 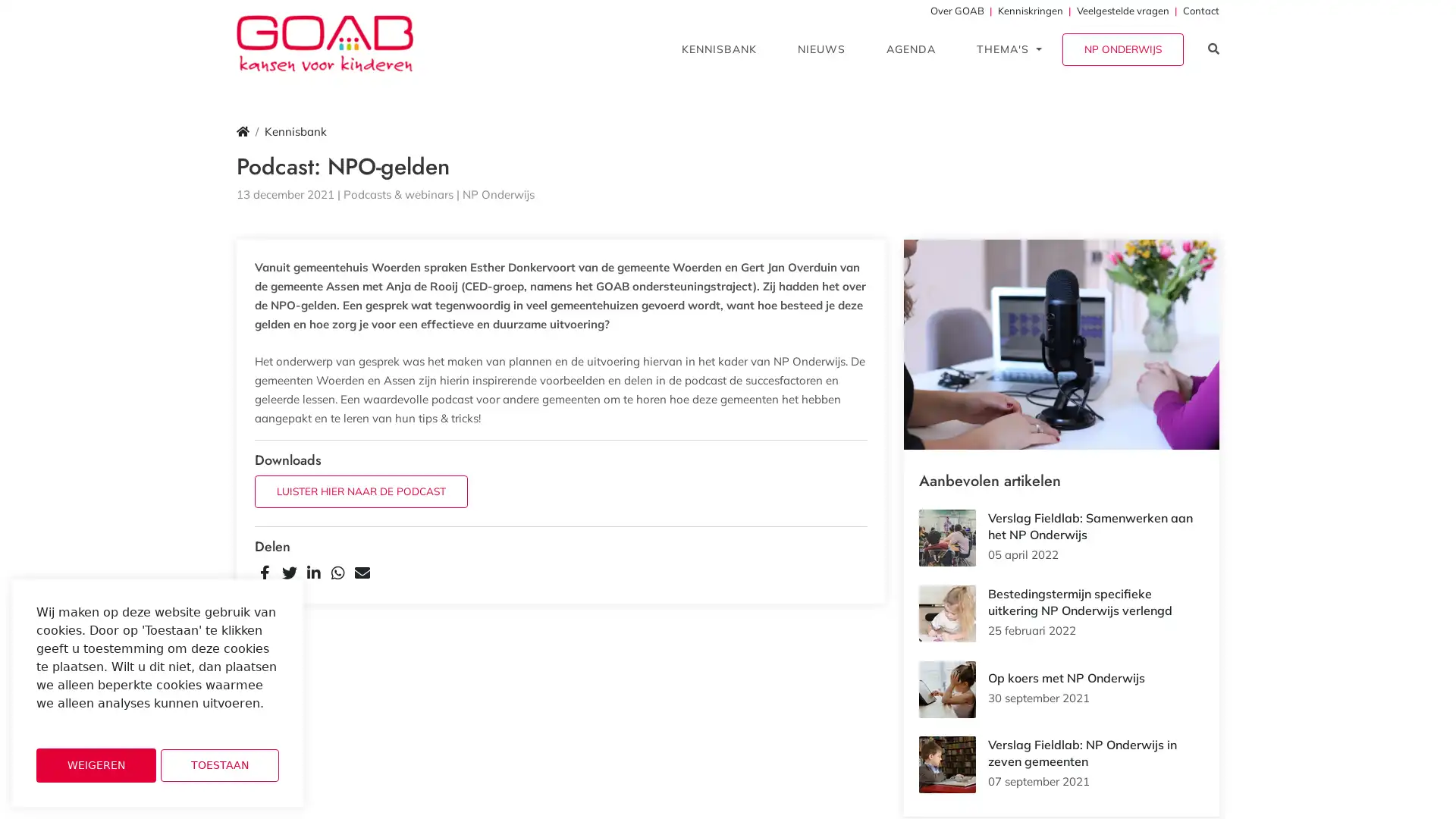 What do you see at coordinates (218, 765) in the screenshot?
I see `allow cookies` at bounding box center [218, 765].